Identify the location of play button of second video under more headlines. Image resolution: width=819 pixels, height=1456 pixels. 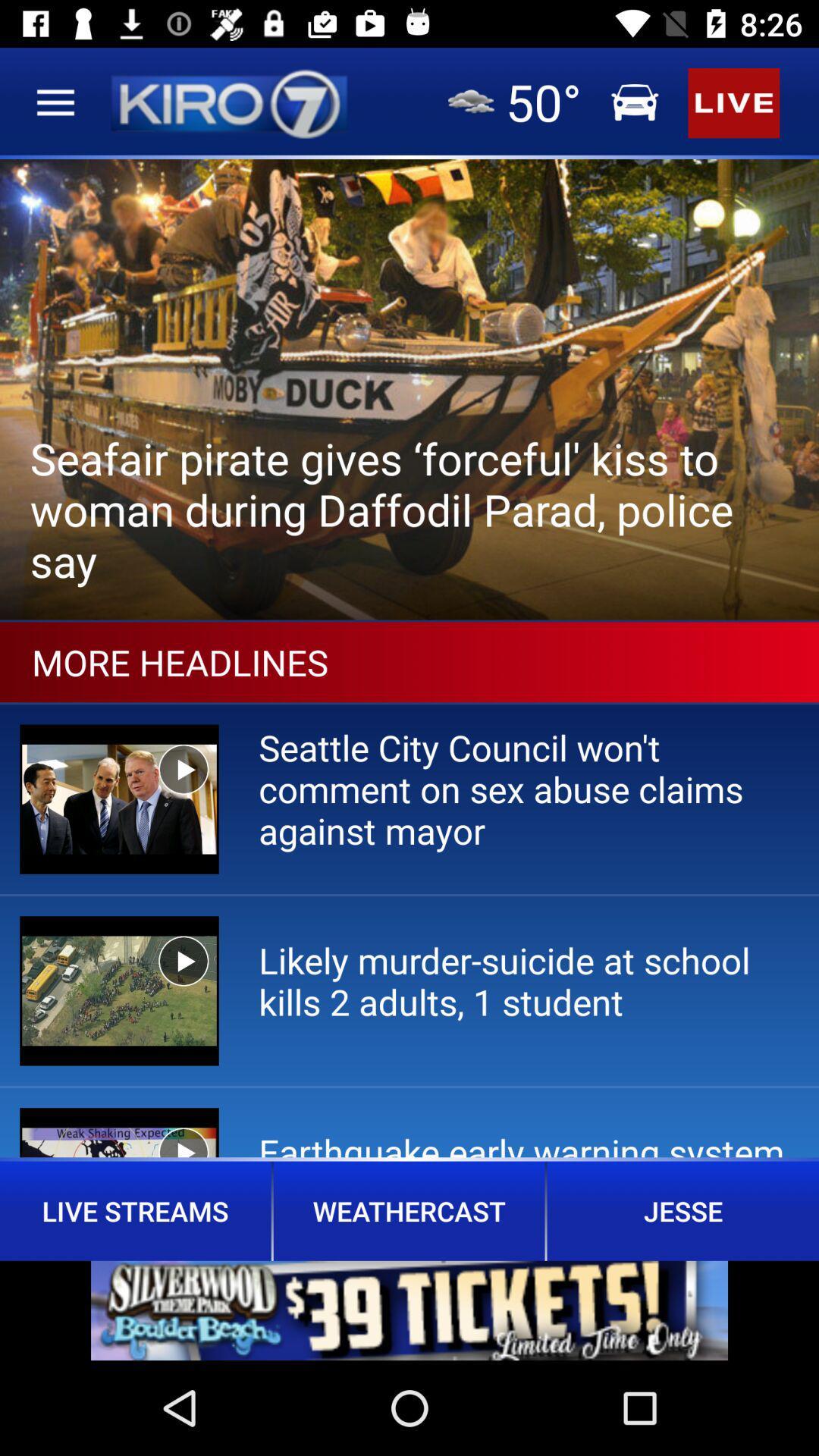
(183, 960).